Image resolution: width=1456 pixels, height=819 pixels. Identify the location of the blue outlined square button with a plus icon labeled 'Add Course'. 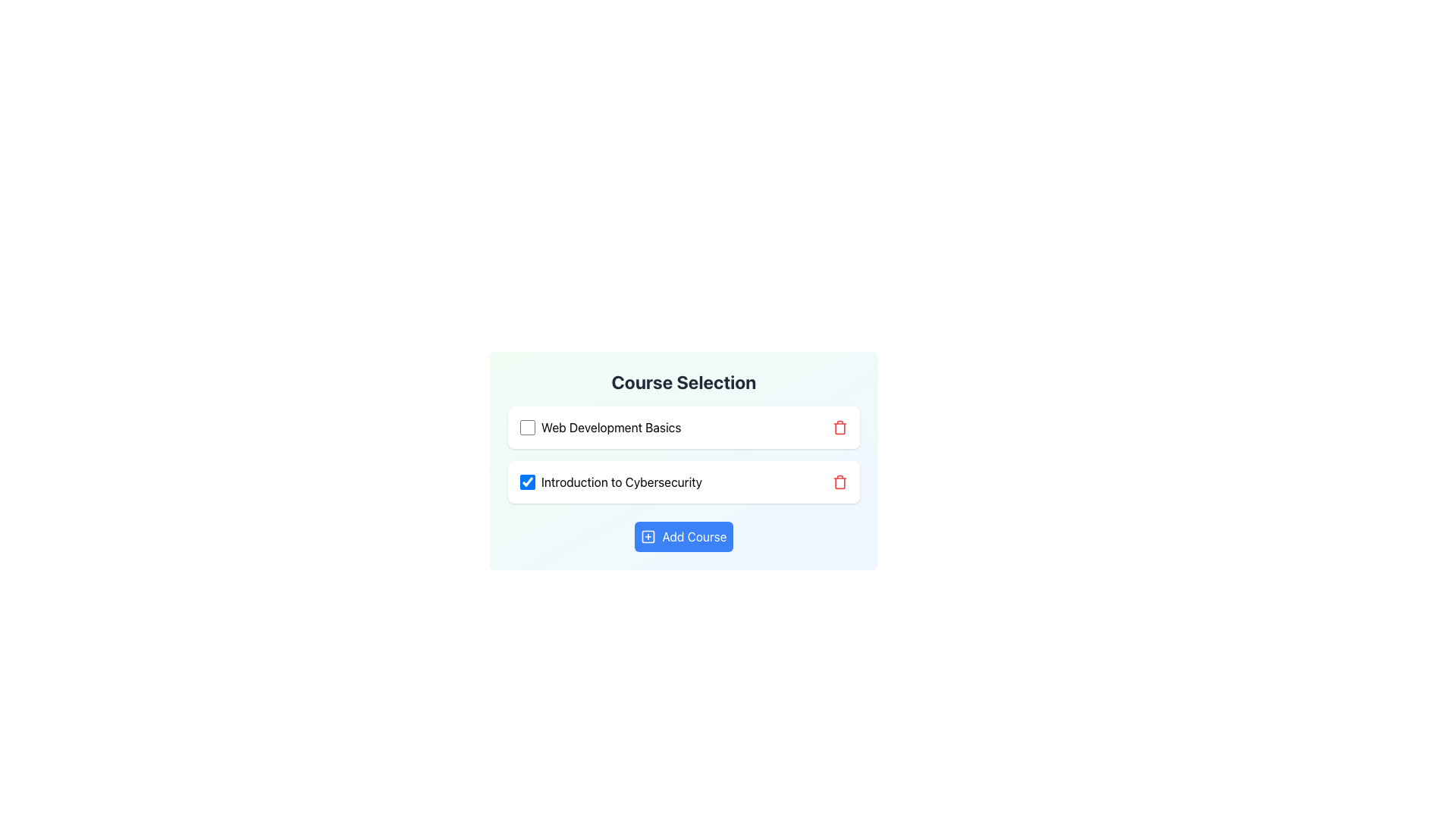
(648, 536).